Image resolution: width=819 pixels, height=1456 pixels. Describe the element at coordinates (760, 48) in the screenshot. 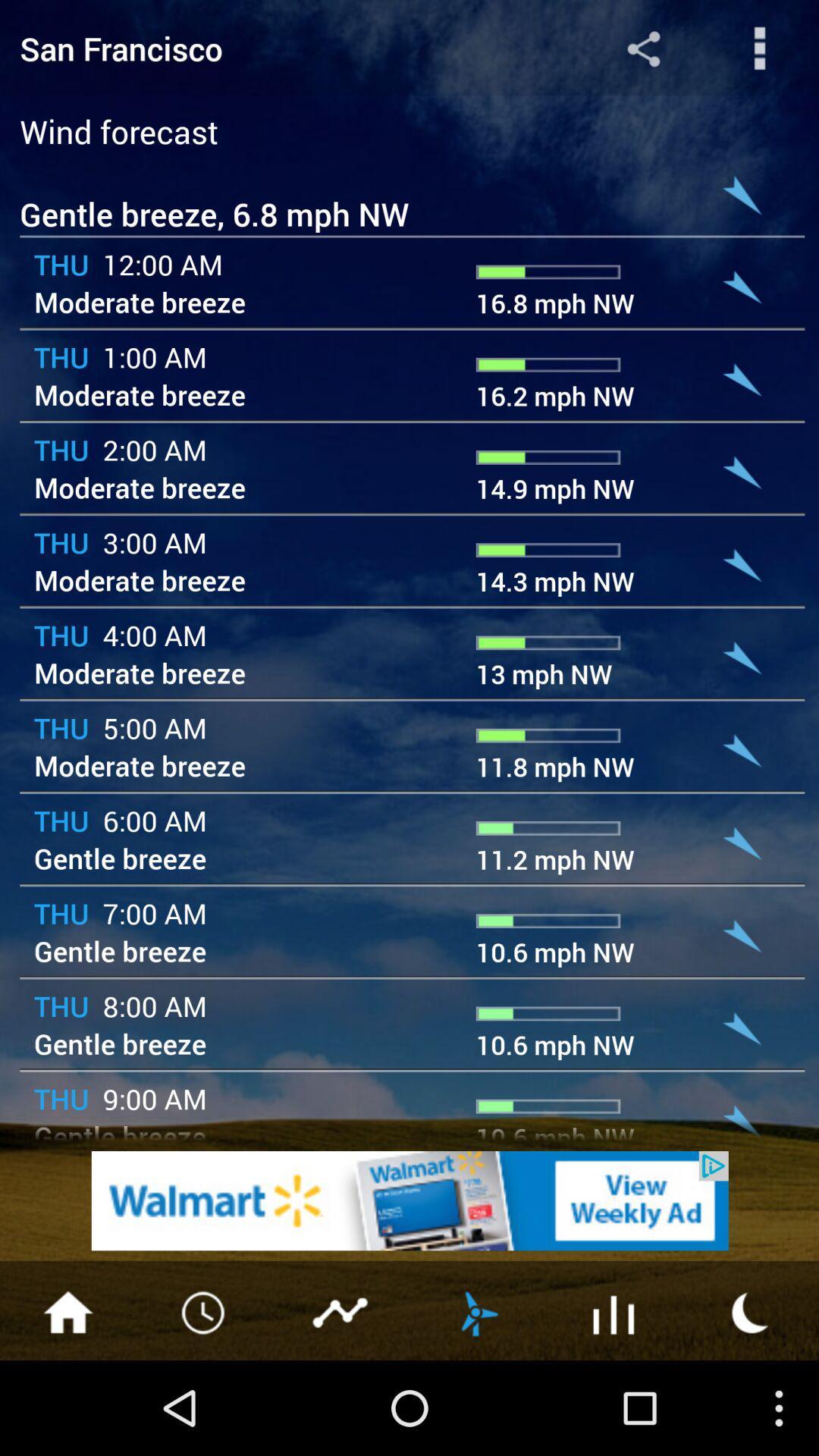

I see `share the articles` at that location.